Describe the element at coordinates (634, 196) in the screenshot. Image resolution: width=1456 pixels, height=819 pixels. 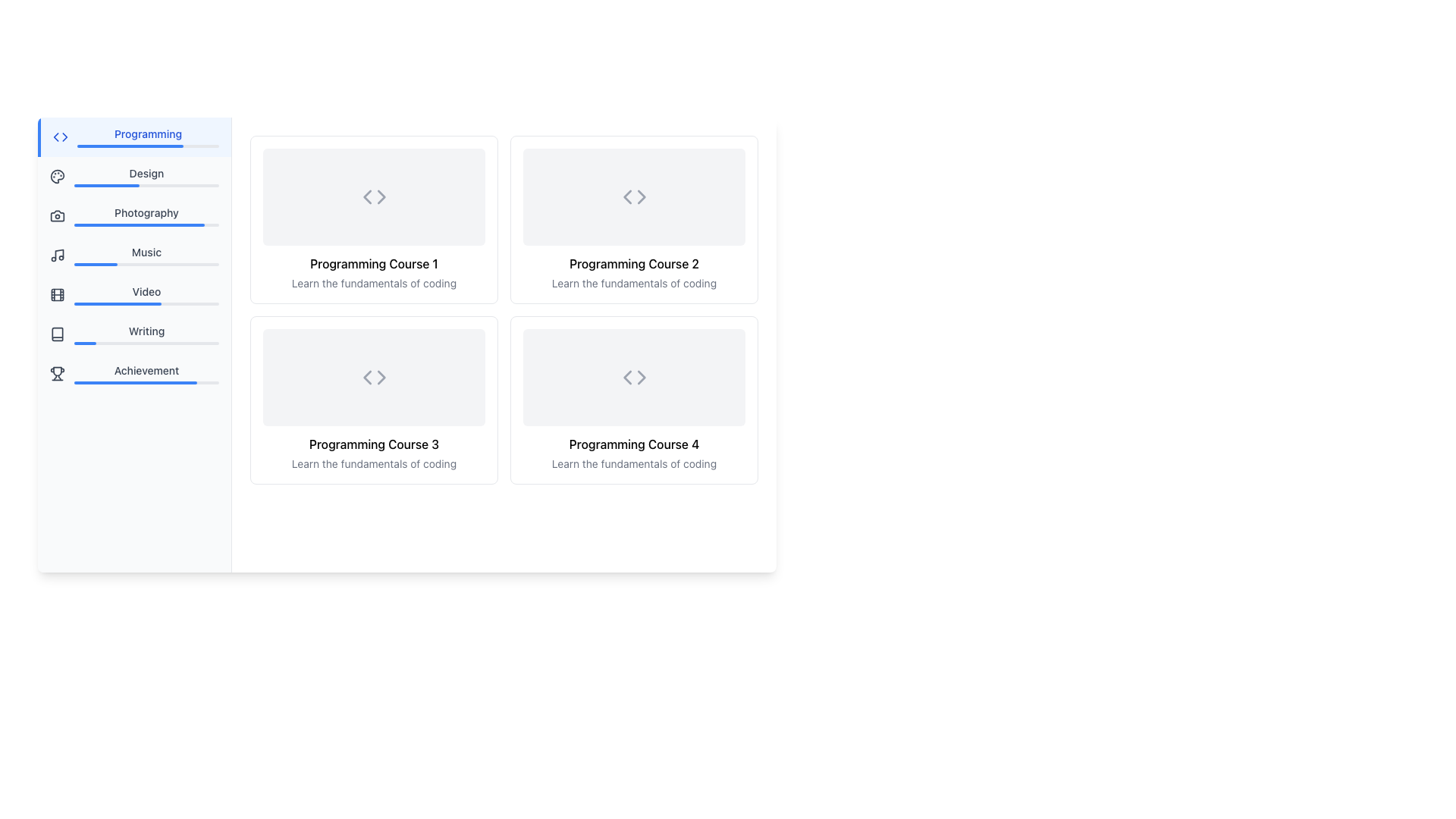
I see `the SVG icon resembling two triangular arrows pointing inward, located within the light gray rectangular card for 'Programming Course 2' in the top-right card of a 2x2 grid layout` at that location.